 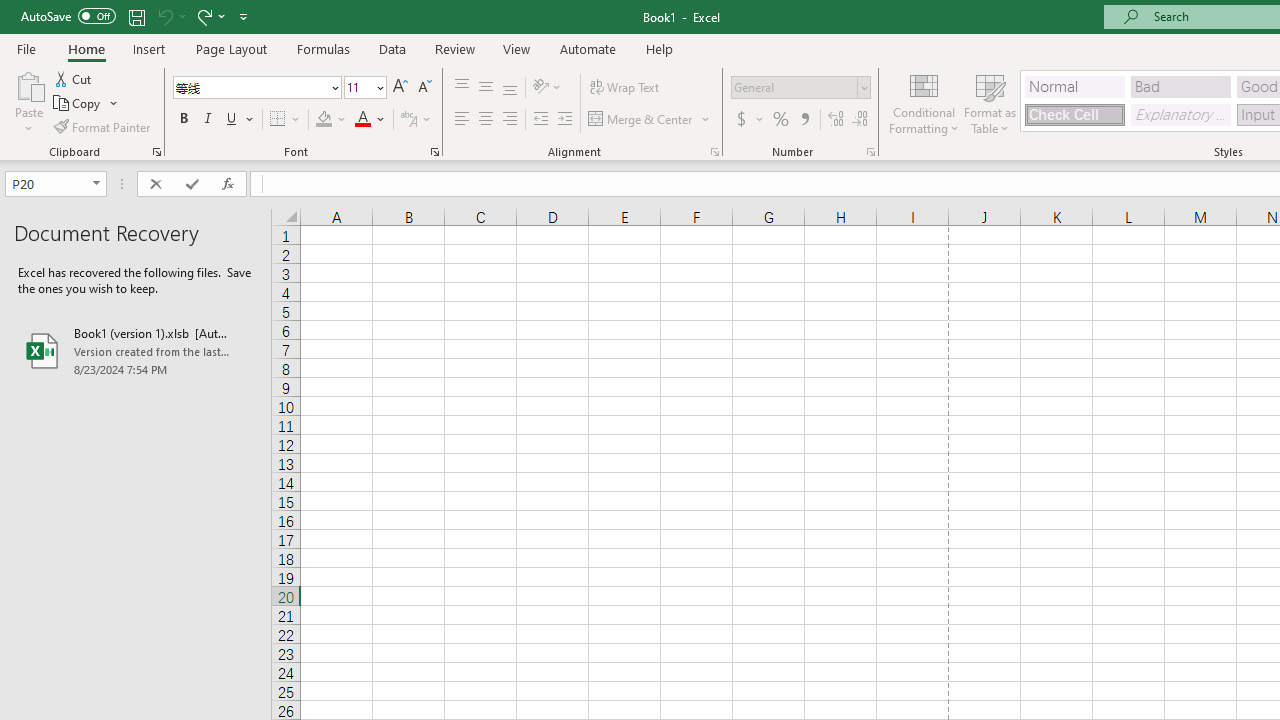 I want to click on 'Decrease Indent', so click(x=540, y=119).